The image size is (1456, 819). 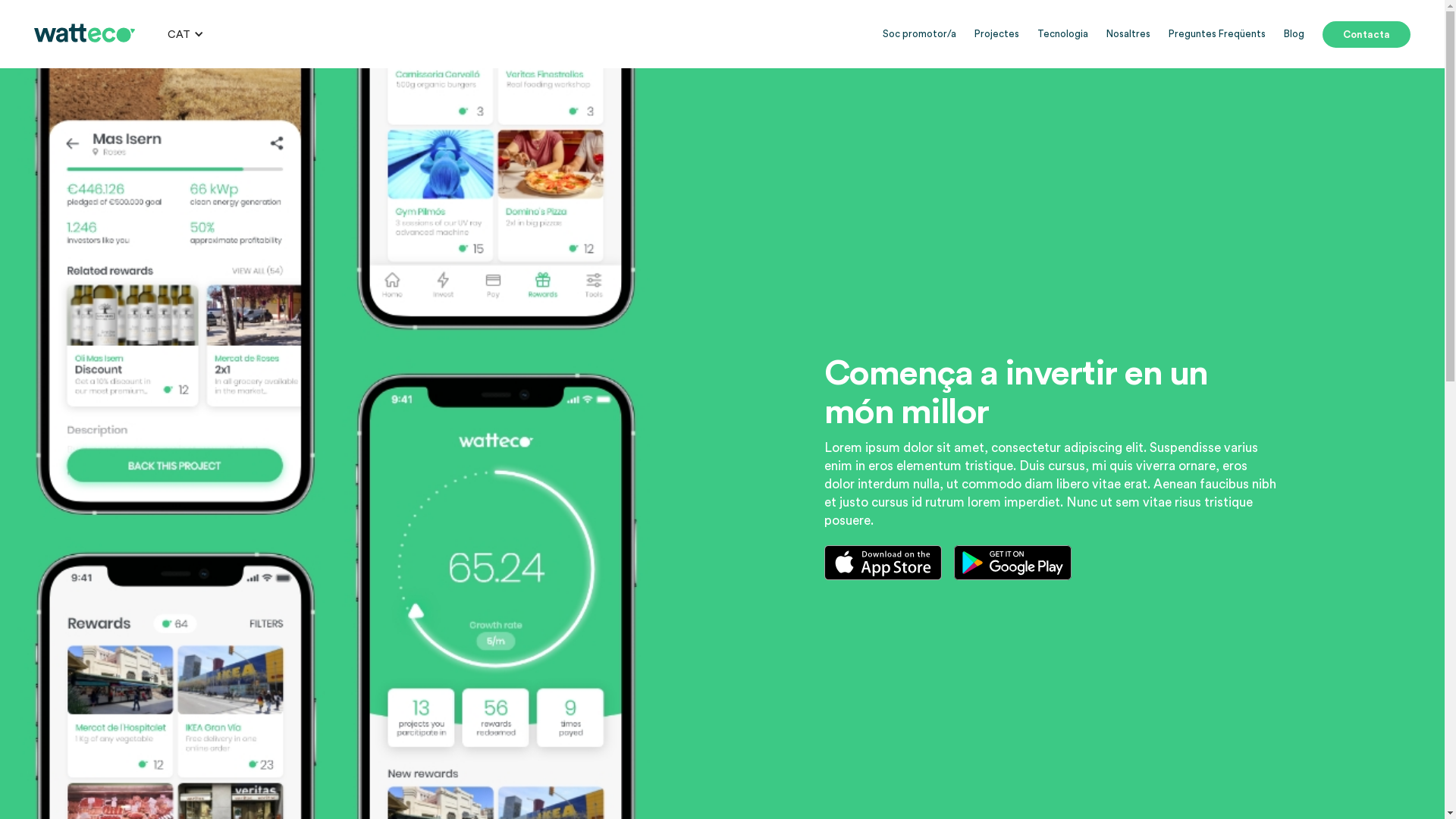 I want to click on 'Nosaltres', so click(x=1106, y=34).